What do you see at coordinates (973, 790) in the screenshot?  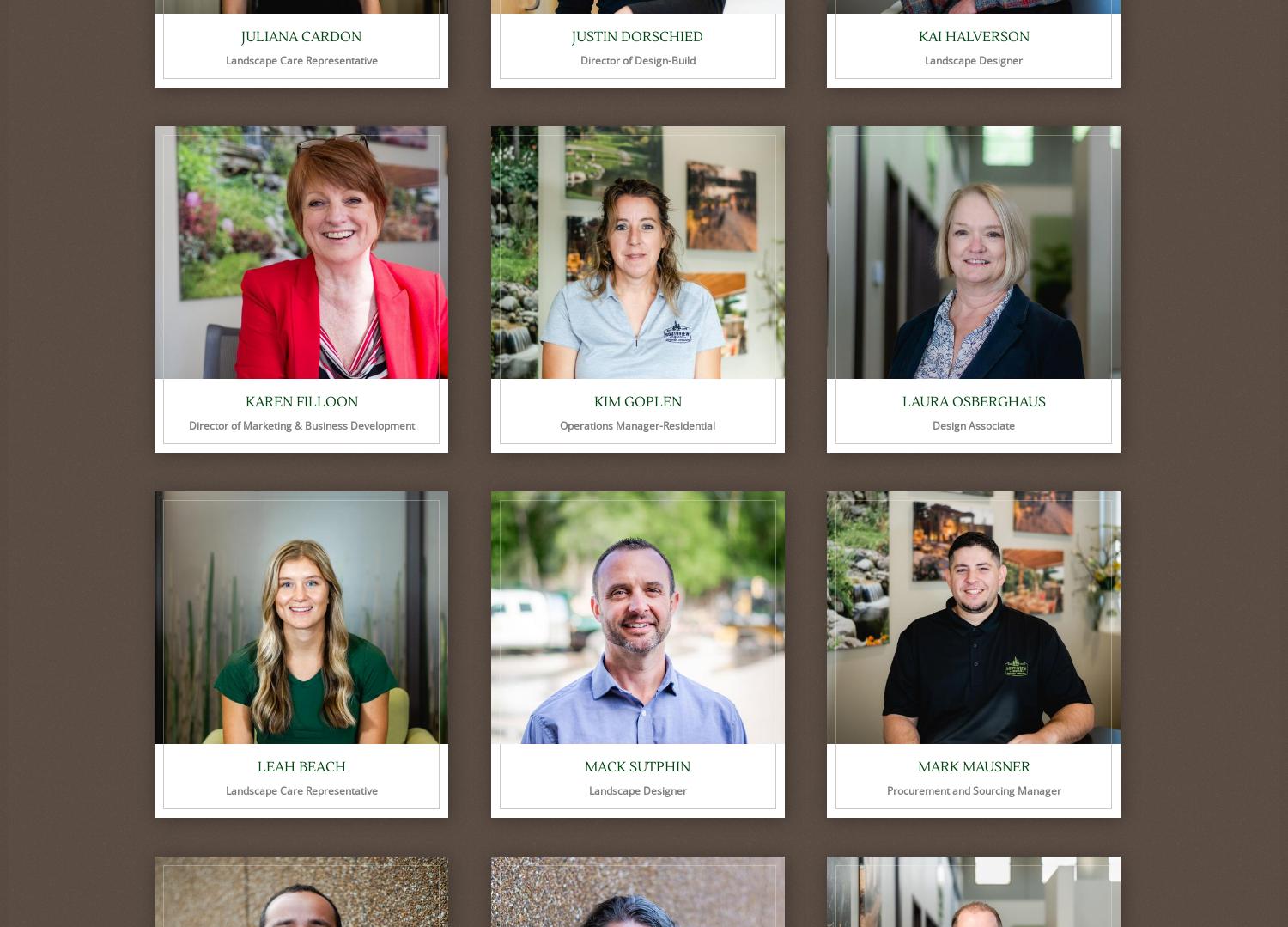 I see `'Procurement and Sourcing Manager'` at bounding box center [973, 790].